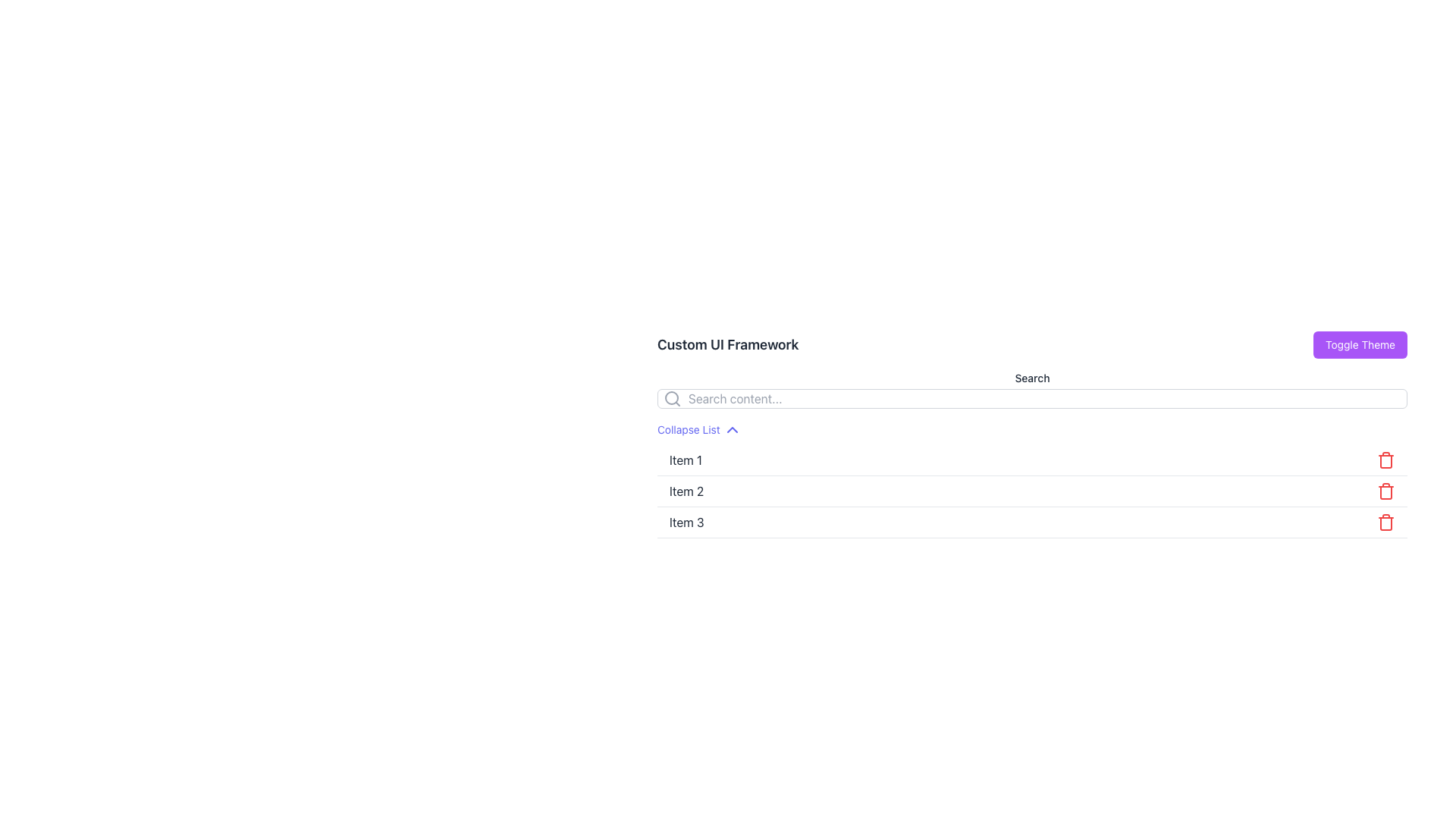 This screenshot has width=1456, height=819. What do you see at coordinates (732, 430) in the screenshot?
I see `the collapse icon located to the right of the 'Collapse List' text` at bounding box center [732, 430].